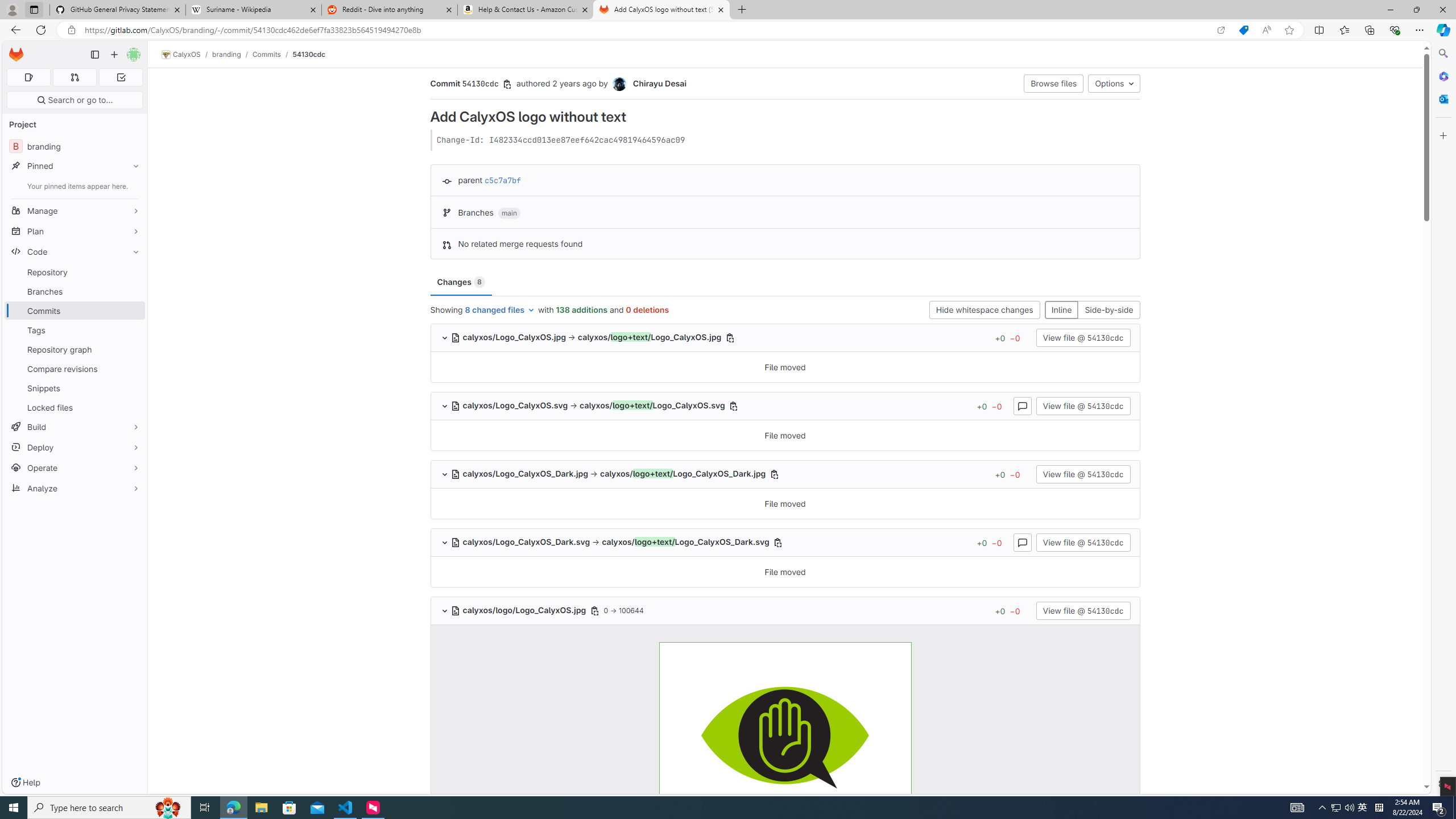 This screenshot has height=819, width=1456. I want to click on 'CalyxOS/', so click(186, 54).